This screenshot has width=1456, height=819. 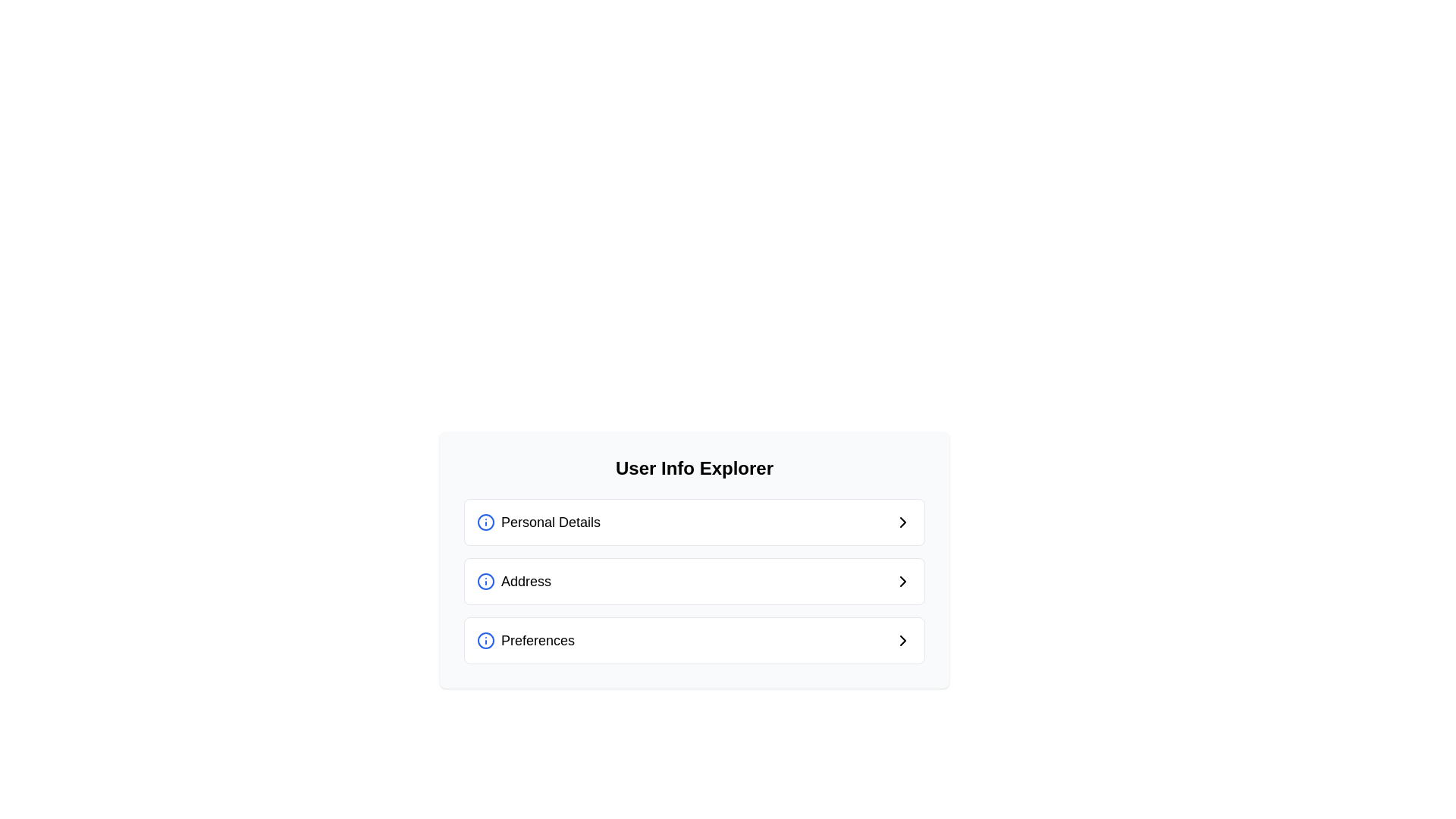 I want to click on the icon located on the rightmost side of the row labeled 'Address', which is the second item in a vertically aligned list, so click(x=902, y=581).